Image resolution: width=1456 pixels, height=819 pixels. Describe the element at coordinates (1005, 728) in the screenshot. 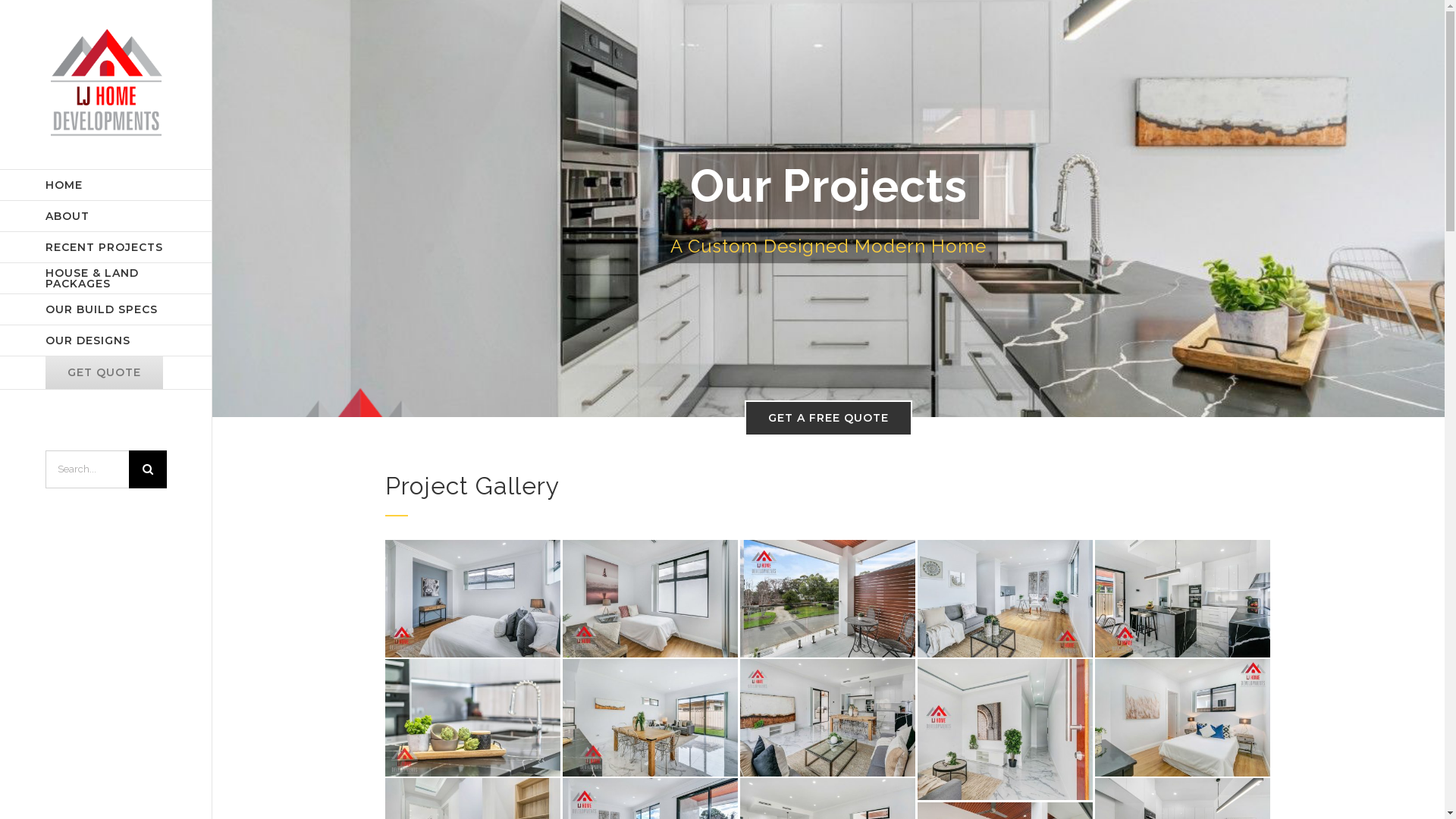

I see `'8'` at that location.